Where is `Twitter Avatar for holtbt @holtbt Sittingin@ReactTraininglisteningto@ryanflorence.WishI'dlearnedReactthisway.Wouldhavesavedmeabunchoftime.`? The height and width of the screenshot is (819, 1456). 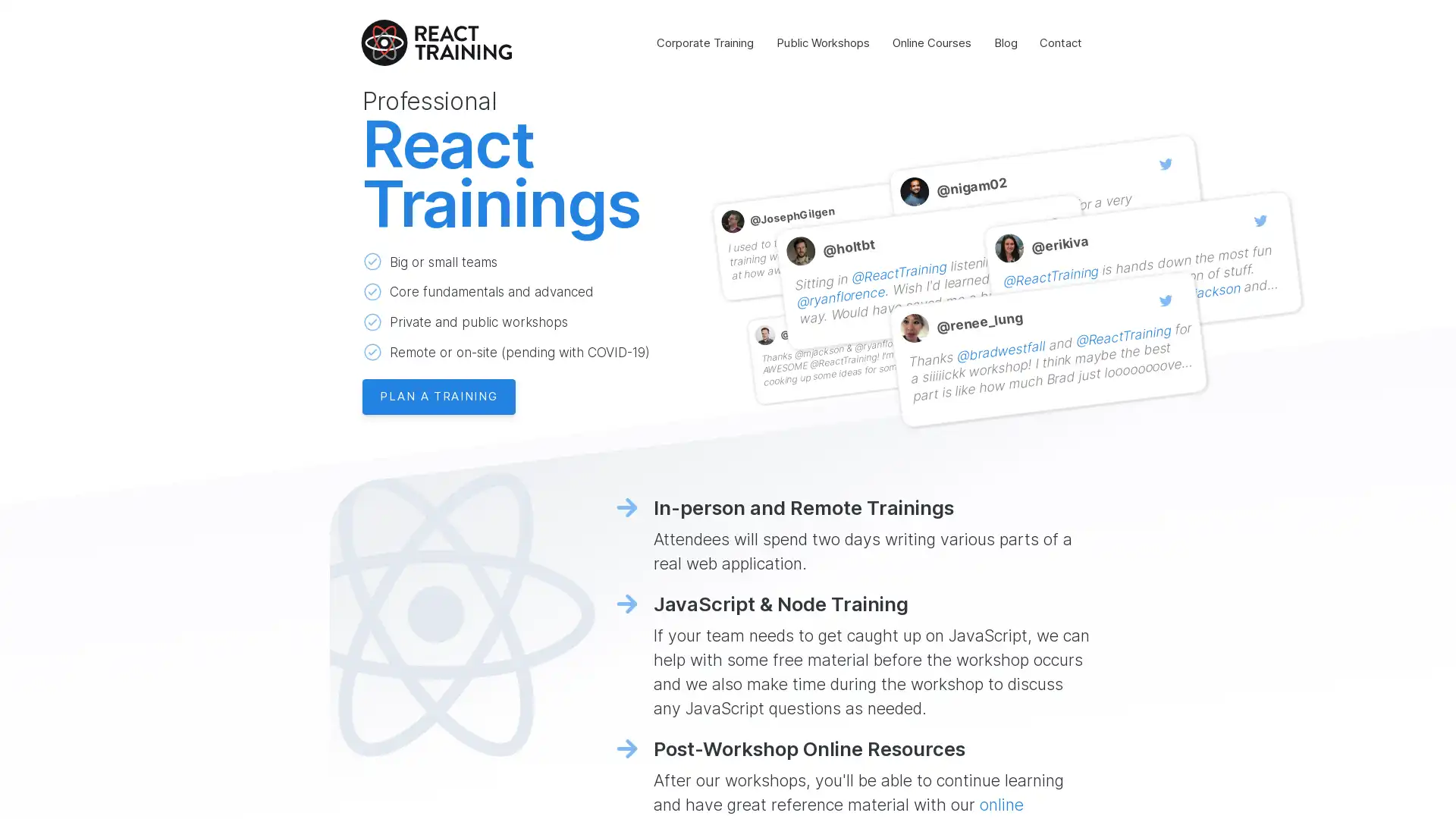 Twitter Avatar for holtbt @holtbt Sittingin@ReactTraininglisteningto@ryanflorence.WishI'dlearnedReactthisway.Wouldhavesavedmeabunchoftime. is located at coordinates (932, 265).